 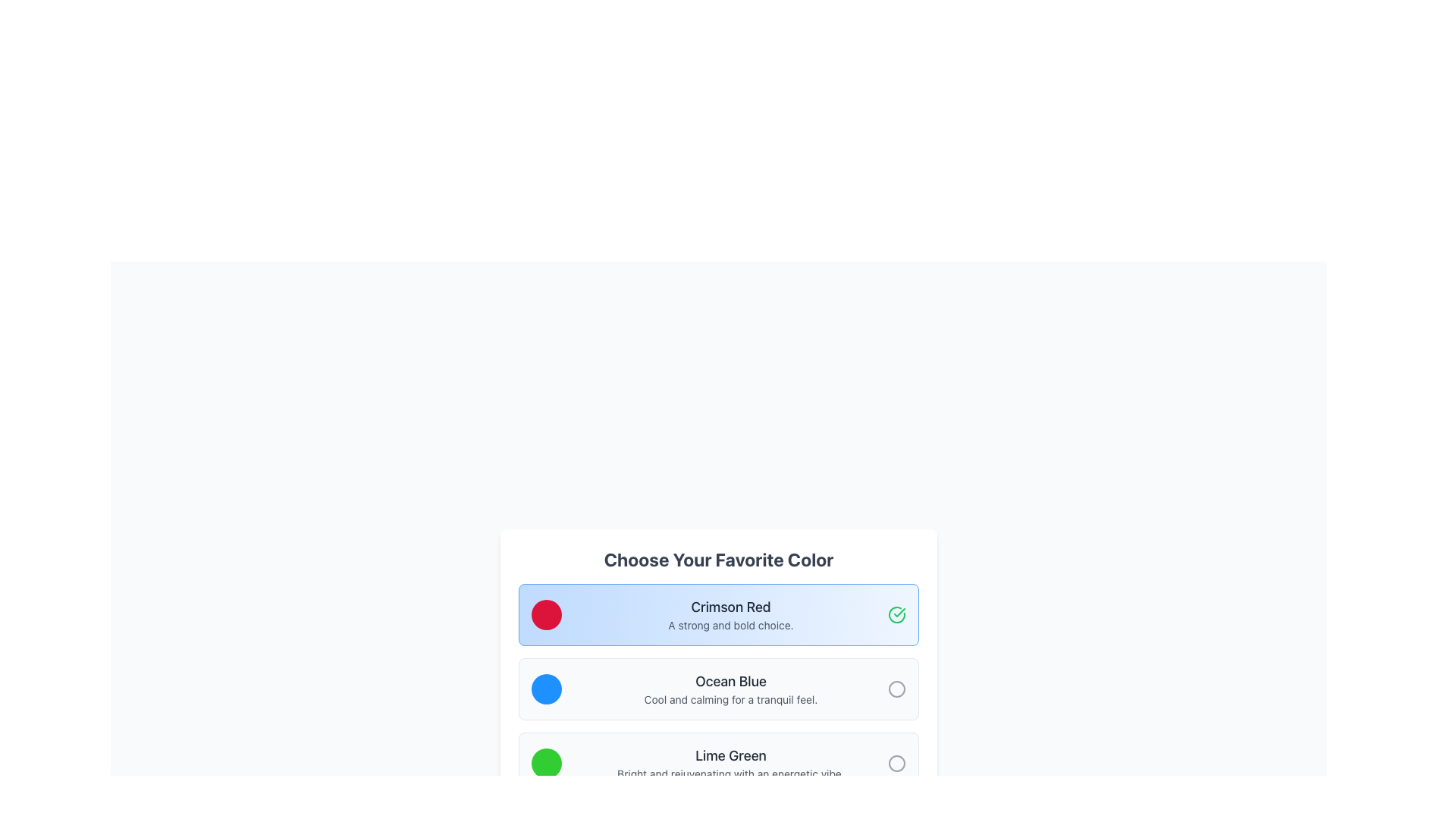 What do you see at coordinates (896, 763) in the screenshot?
I see `the circular icon or status indicator that is gray and located to the far right of the content section associated with the 'Lime Green' color option` at bounding box center [896, 763].